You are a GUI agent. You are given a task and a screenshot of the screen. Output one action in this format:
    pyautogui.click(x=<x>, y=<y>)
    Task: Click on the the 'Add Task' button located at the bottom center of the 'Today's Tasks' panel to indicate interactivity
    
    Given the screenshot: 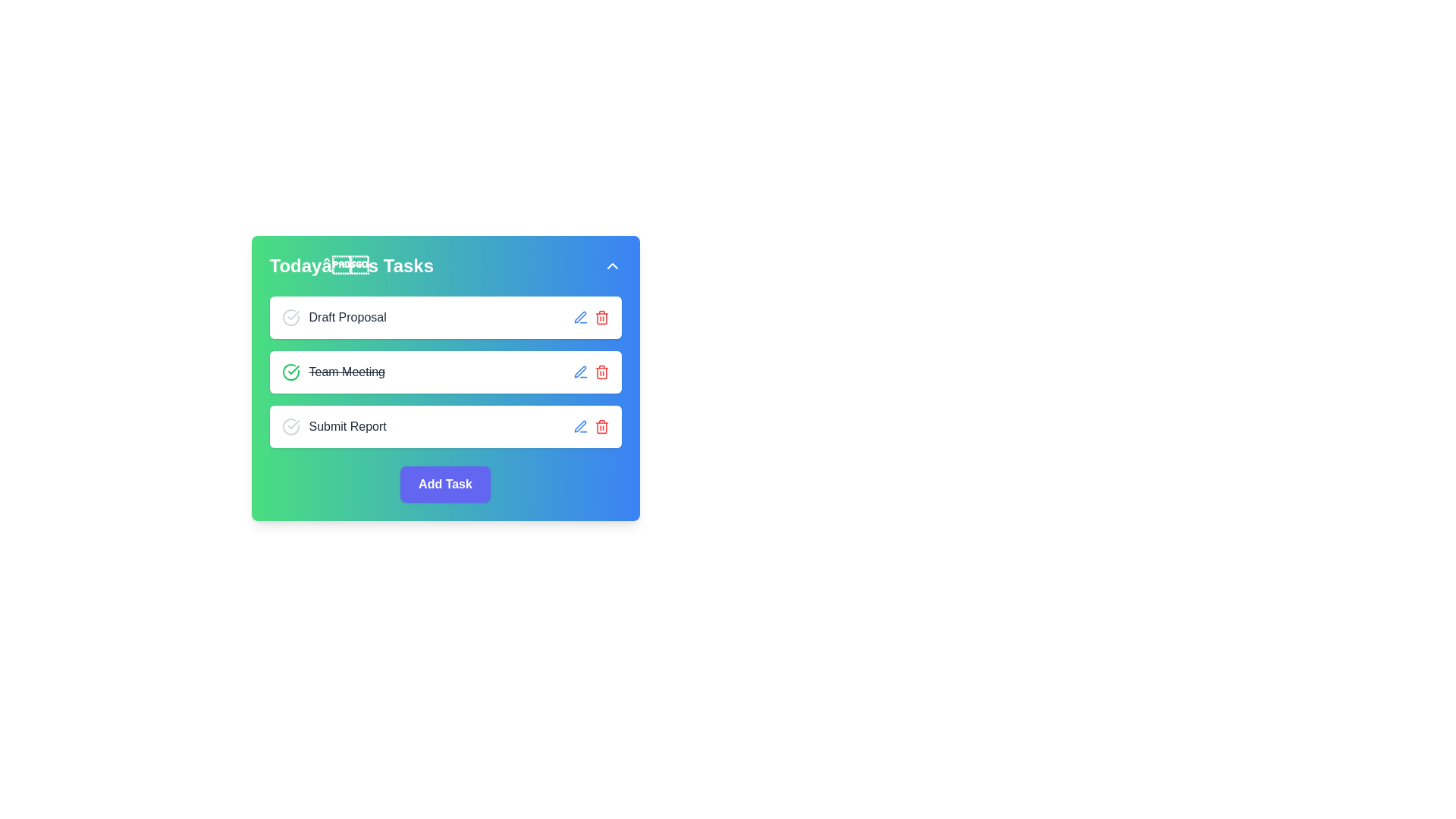 What is the action you would take?
    pyautogui.click(x=444, y=485)
    